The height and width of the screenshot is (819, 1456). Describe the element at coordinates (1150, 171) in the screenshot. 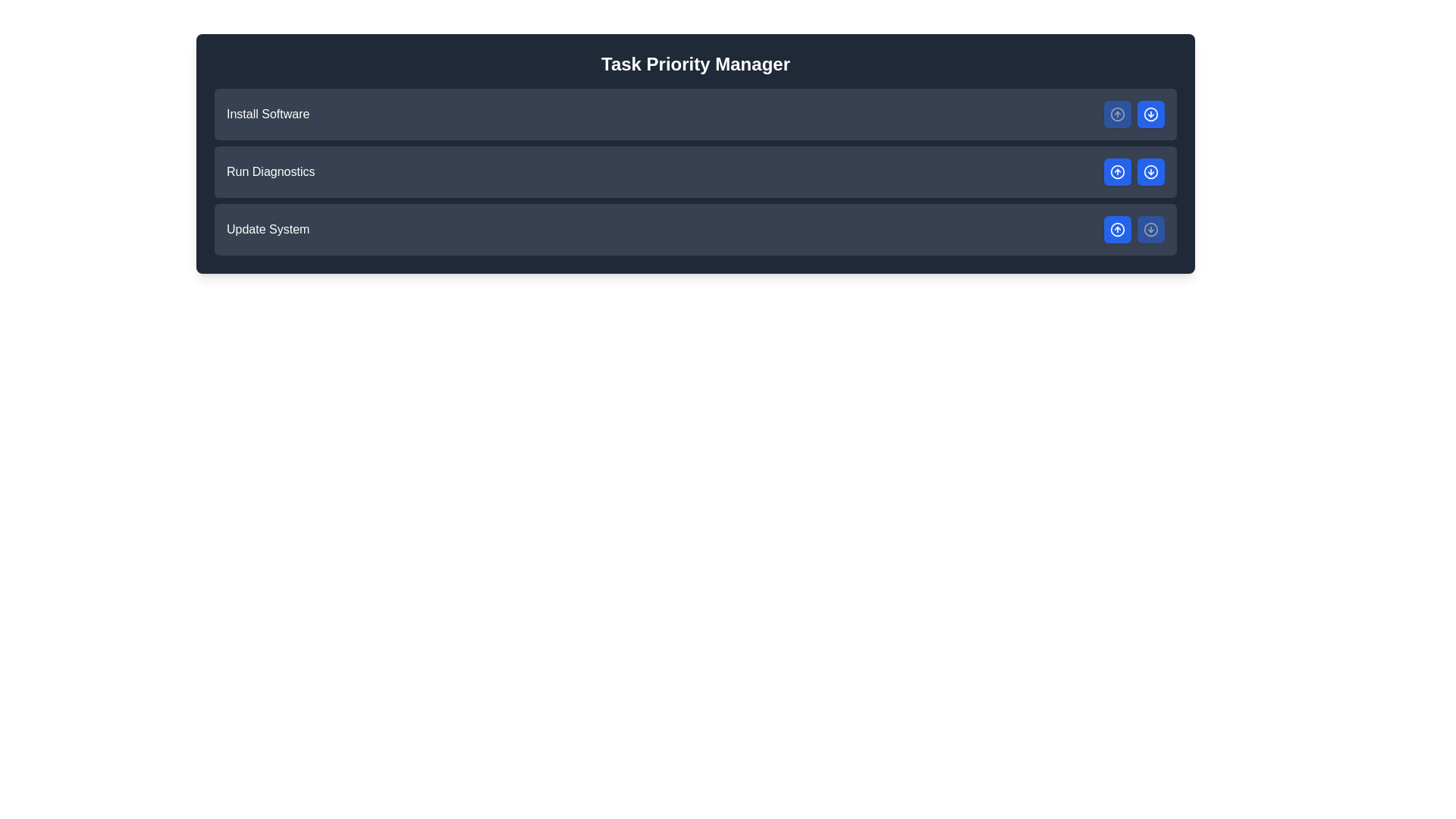

I see `the downward-pointing arrow icon inside the blue button on the rightmost side of the third row in the 'Task Priority Manager' interface to move the item downward` at that location.